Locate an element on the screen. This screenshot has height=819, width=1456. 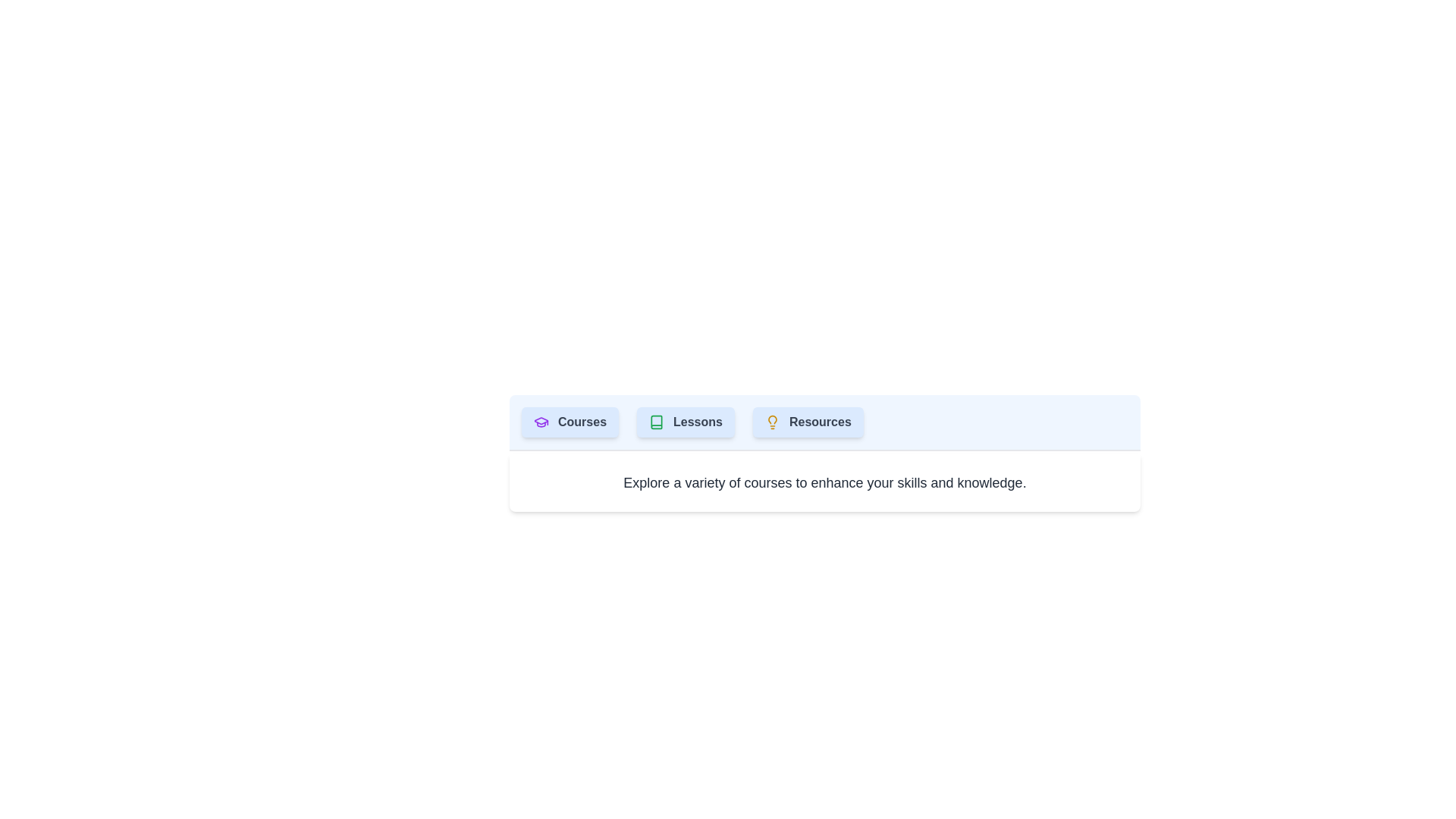
the Resources tab to display its content is located at coordinates (807, 422).